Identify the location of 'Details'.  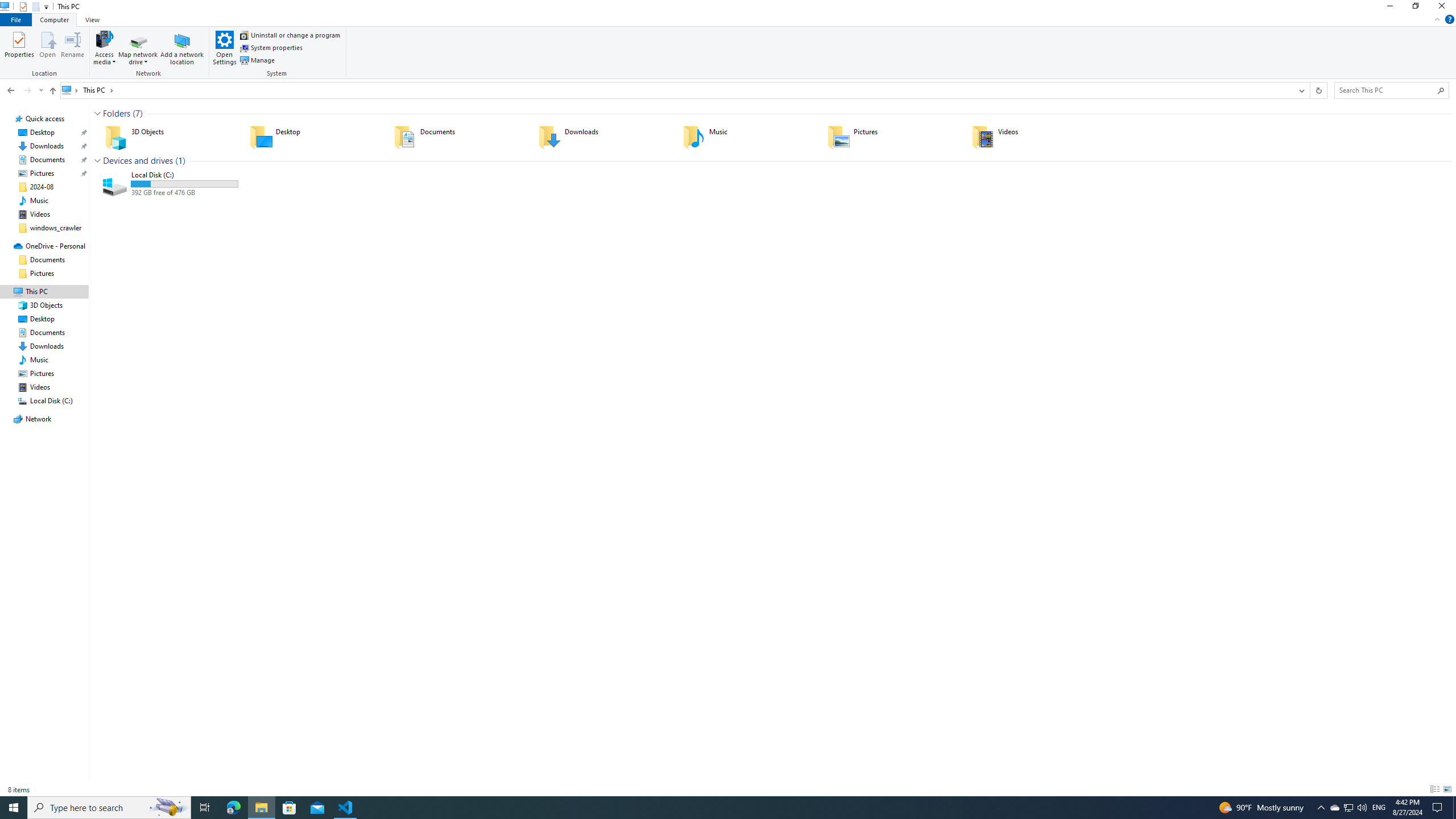
(1434, 789).